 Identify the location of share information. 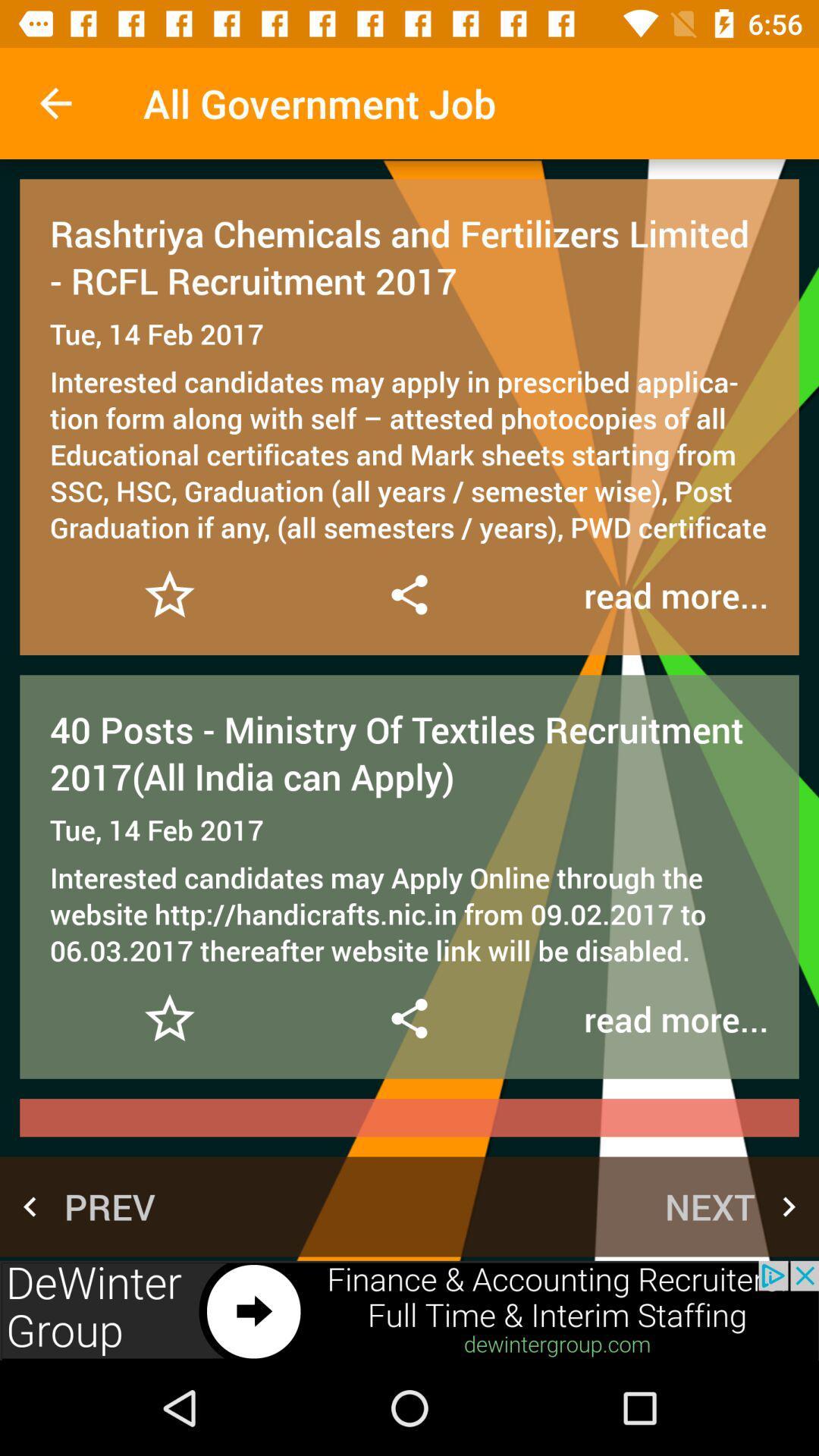
(408, 594).